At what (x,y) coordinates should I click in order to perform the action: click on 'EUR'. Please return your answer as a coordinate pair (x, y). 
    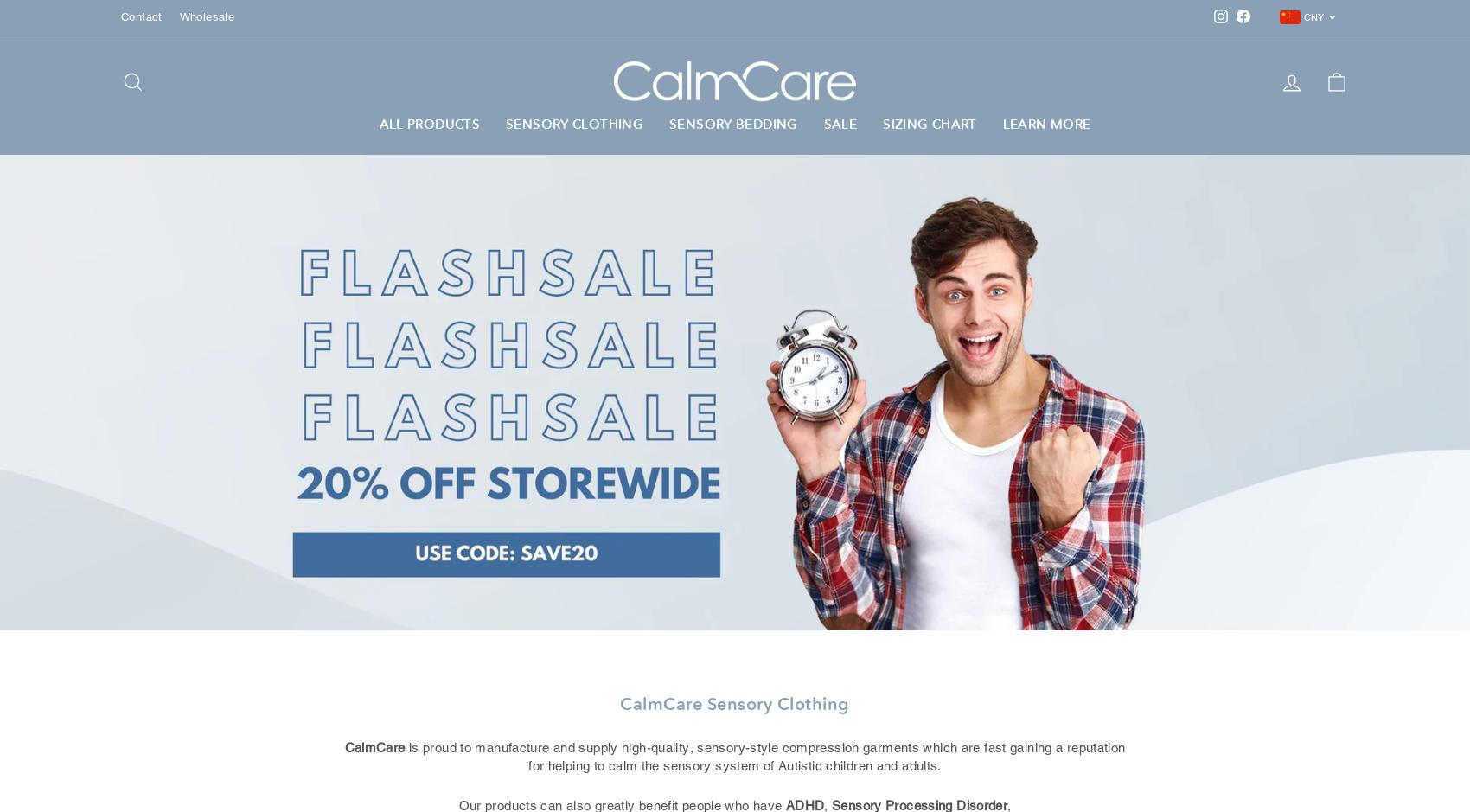
    Looking at the image, I should click on (1308, 99).